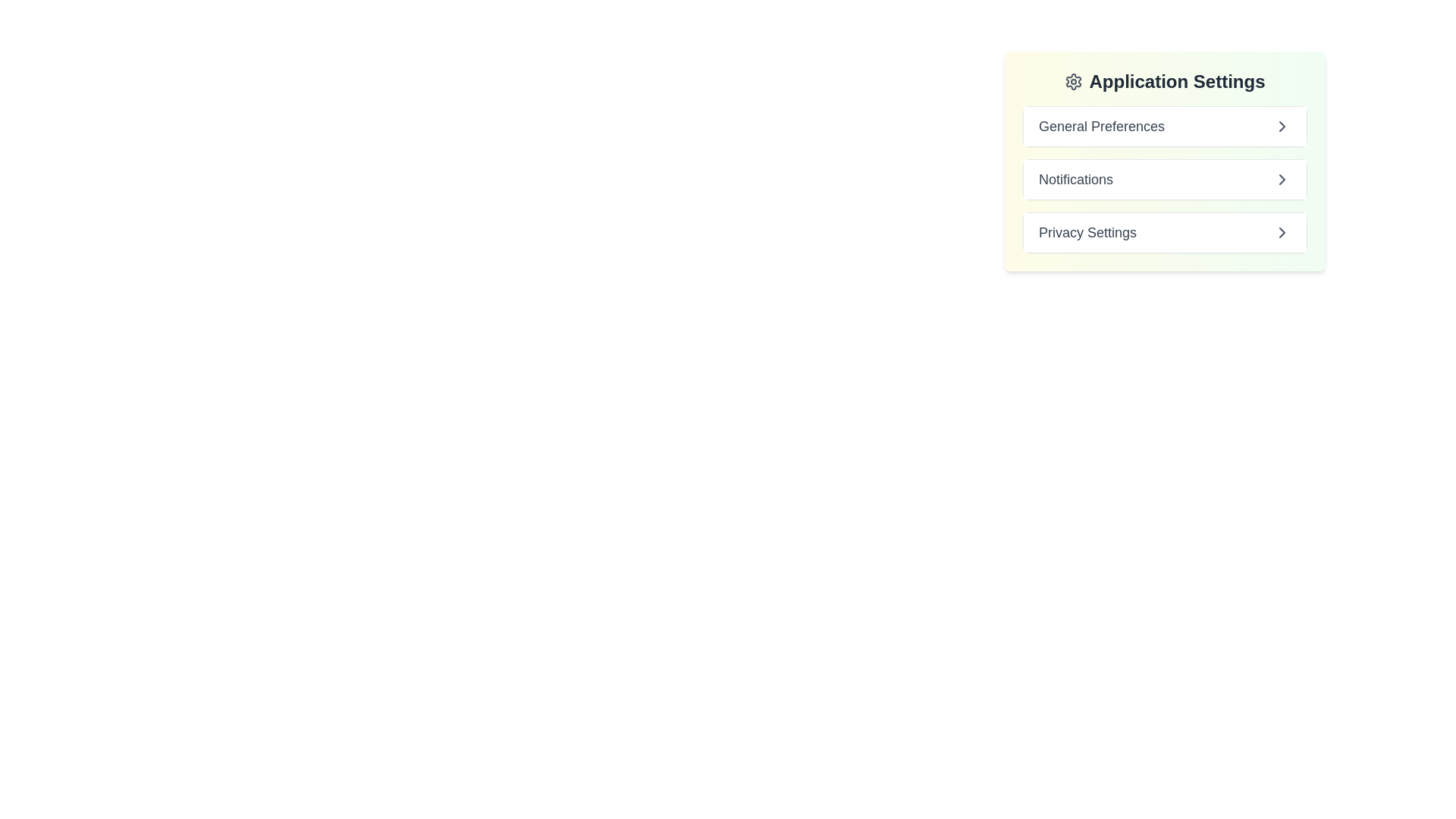 This screenshot has width=1456, height=819. What do you see at coordinates (1102, 125) in the screenshot?
I see `the 'General Preferences' text label, which is styled in medium-sized dark gray font and is located within the first item of the 'Application Settings' panel` at bounding box center [1102, 125].